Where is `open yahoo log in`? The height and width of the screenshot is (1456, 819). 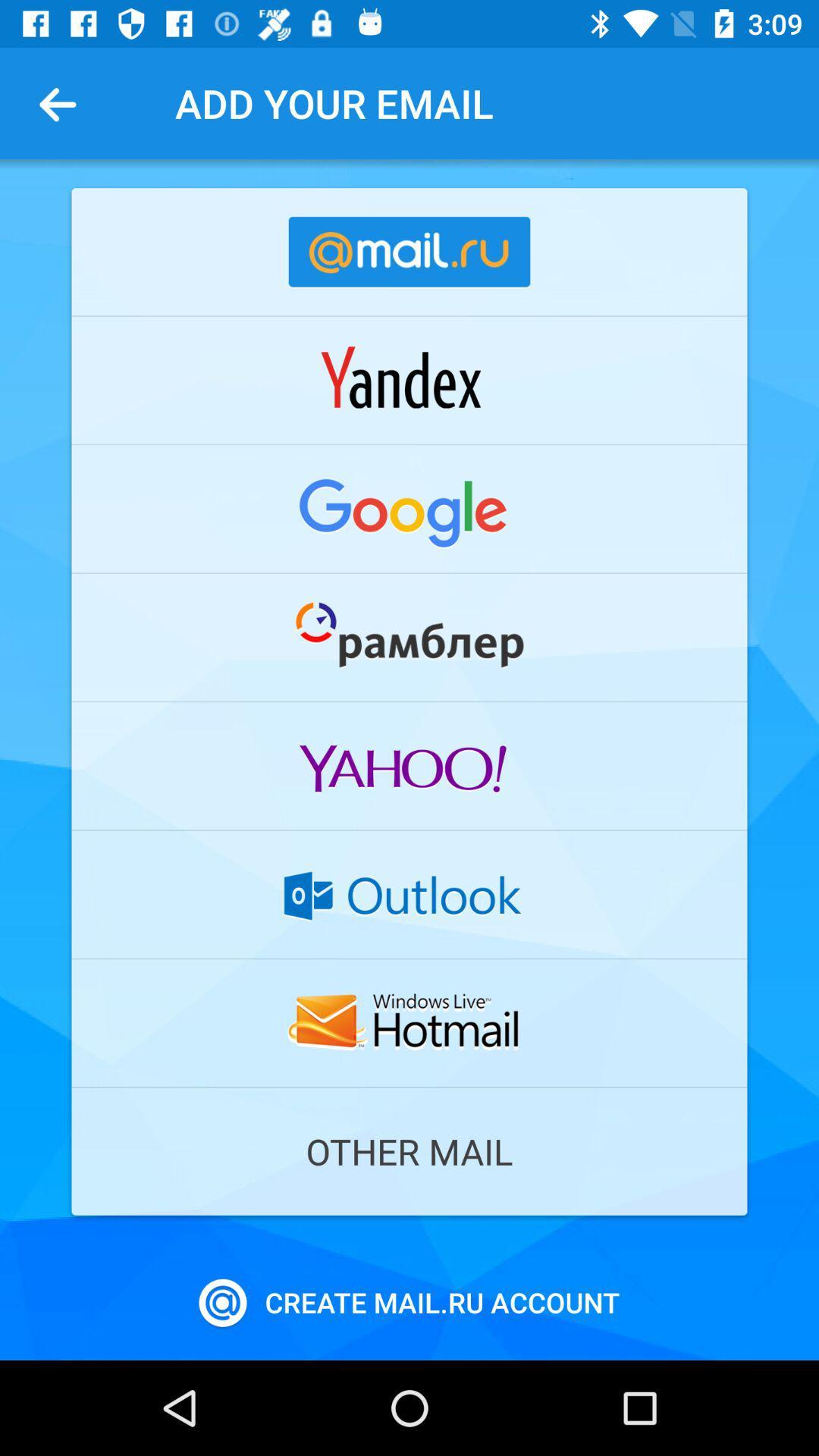 open yahoo log in is located at coordinates (409, 766).